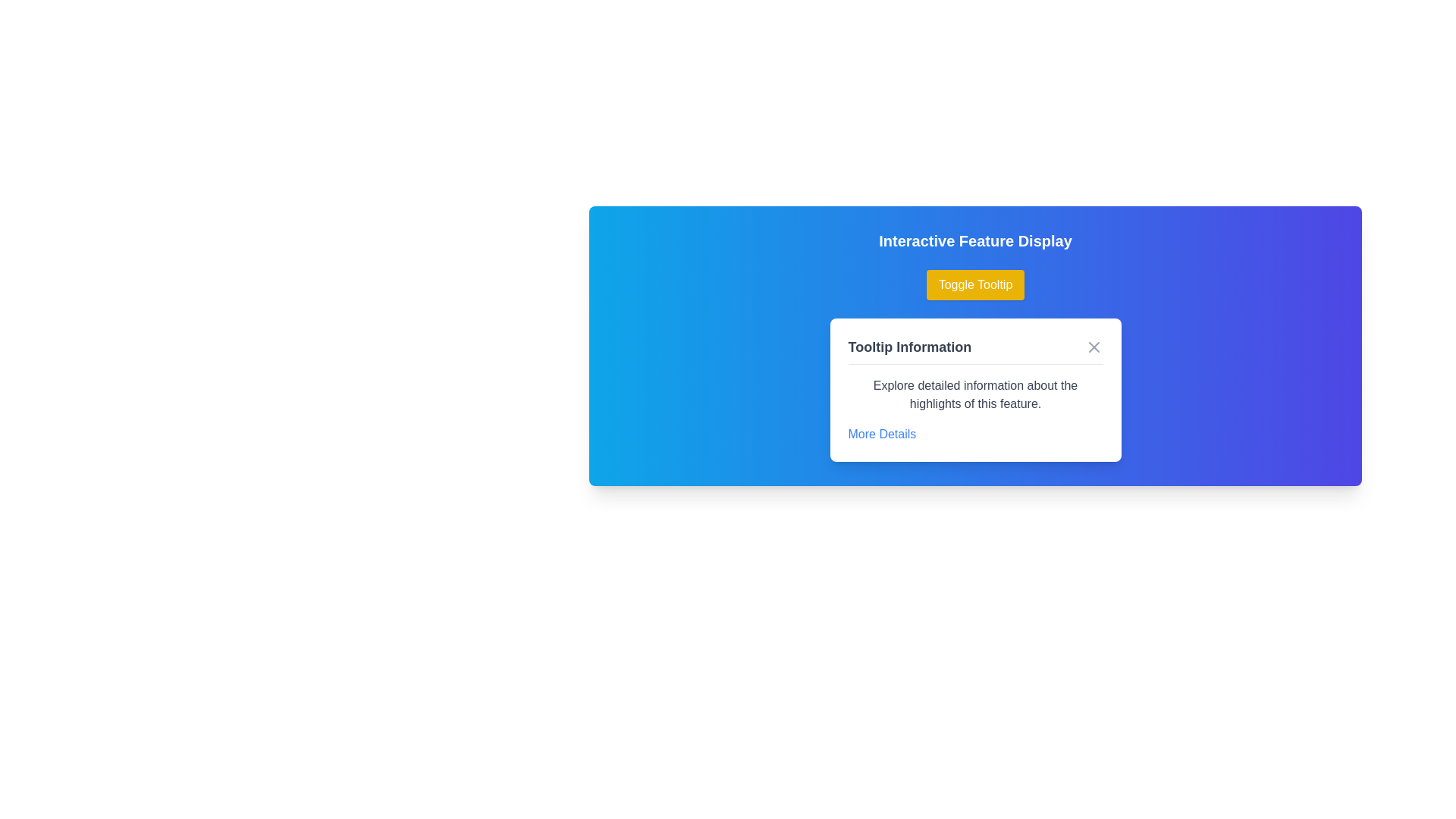 The image size is (1456, 819). What do you see at coordinates (1094, 347) in the screenshot?
I see `the close button located in the upper-right corner of the tooltip box` at bounding box center [1094, 347].